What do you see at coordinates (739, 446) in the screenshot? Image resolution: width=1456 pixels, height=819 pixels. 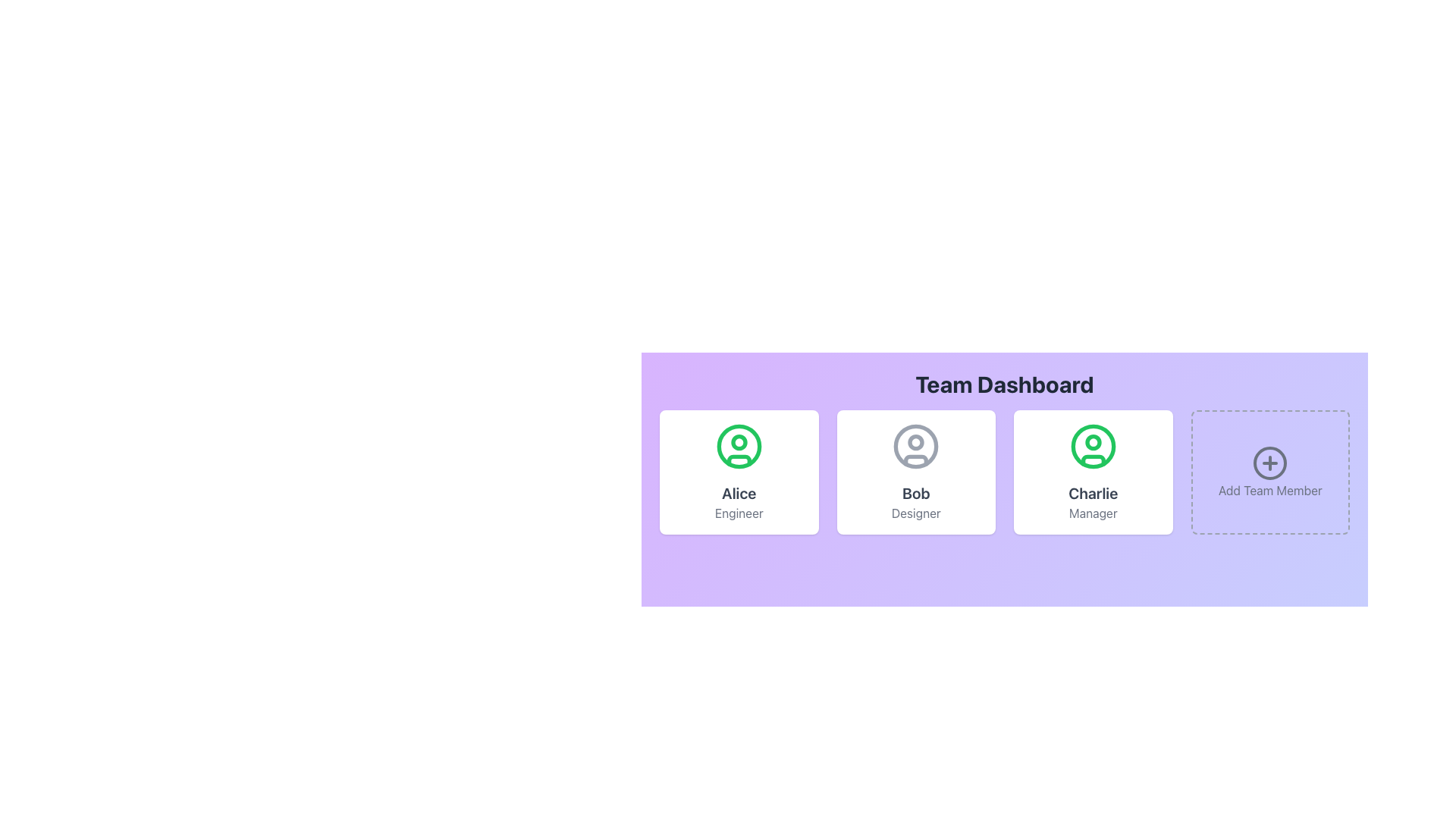 I see `the active green circular element within the avatar for 'Alice', which is associated with the text 'Alice' and 'Engineer'` at bounding box center [739, 446].